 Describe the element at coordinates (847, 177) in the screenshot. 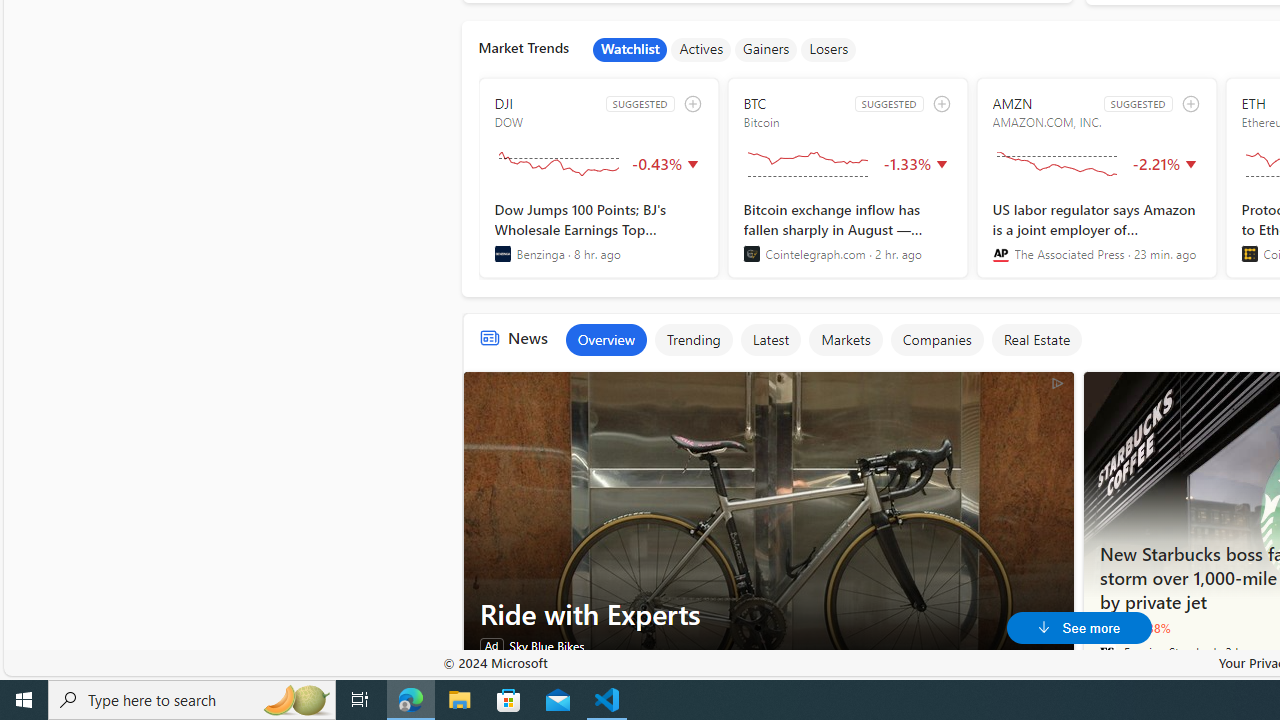

I see `'BTC SUGGESTED Bitcoin'` at that location.